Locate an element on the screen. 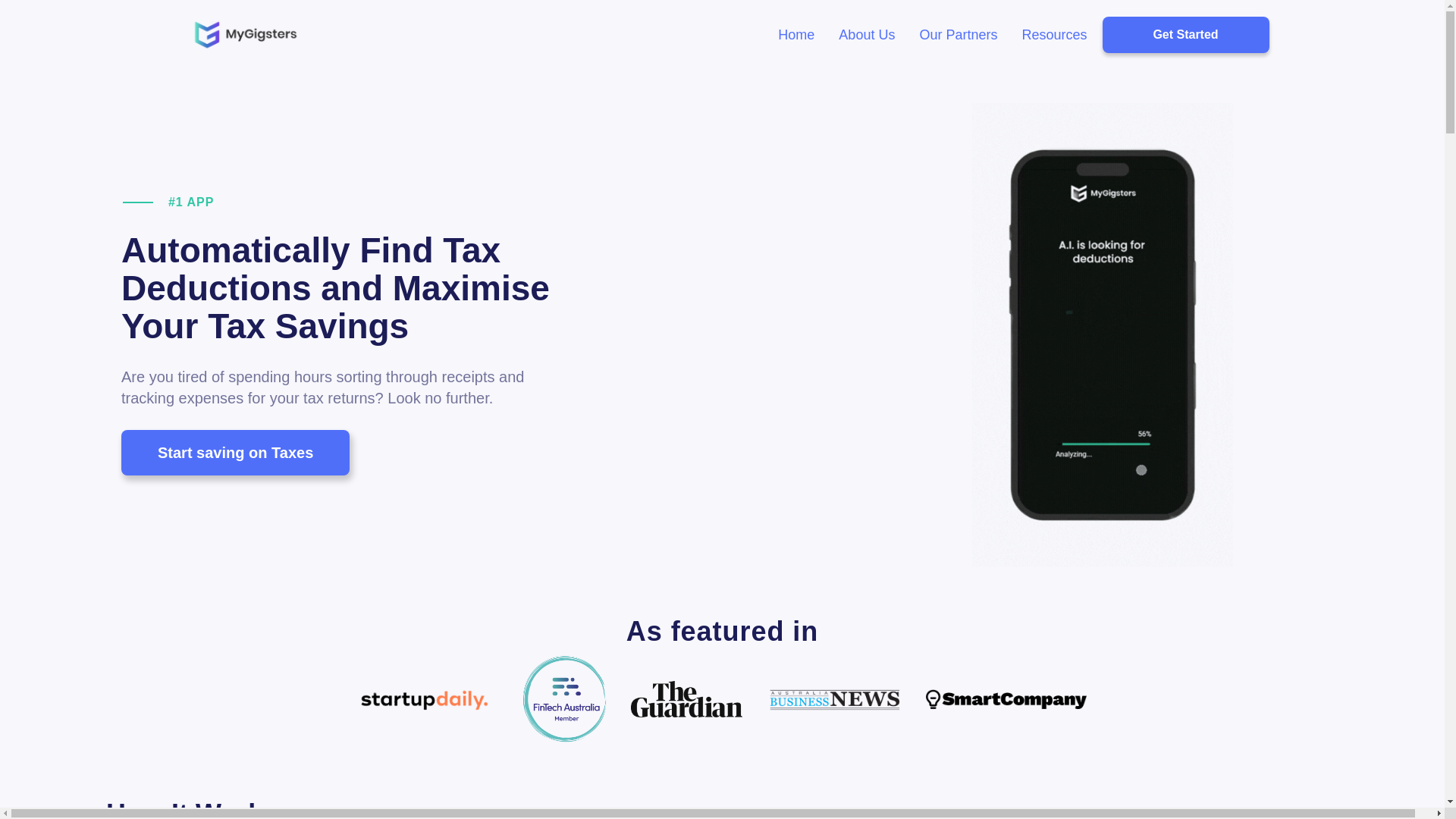 The height and width of the screenshot is (819, 1456). 'Our Partners' is located at coordinates (957, 34).